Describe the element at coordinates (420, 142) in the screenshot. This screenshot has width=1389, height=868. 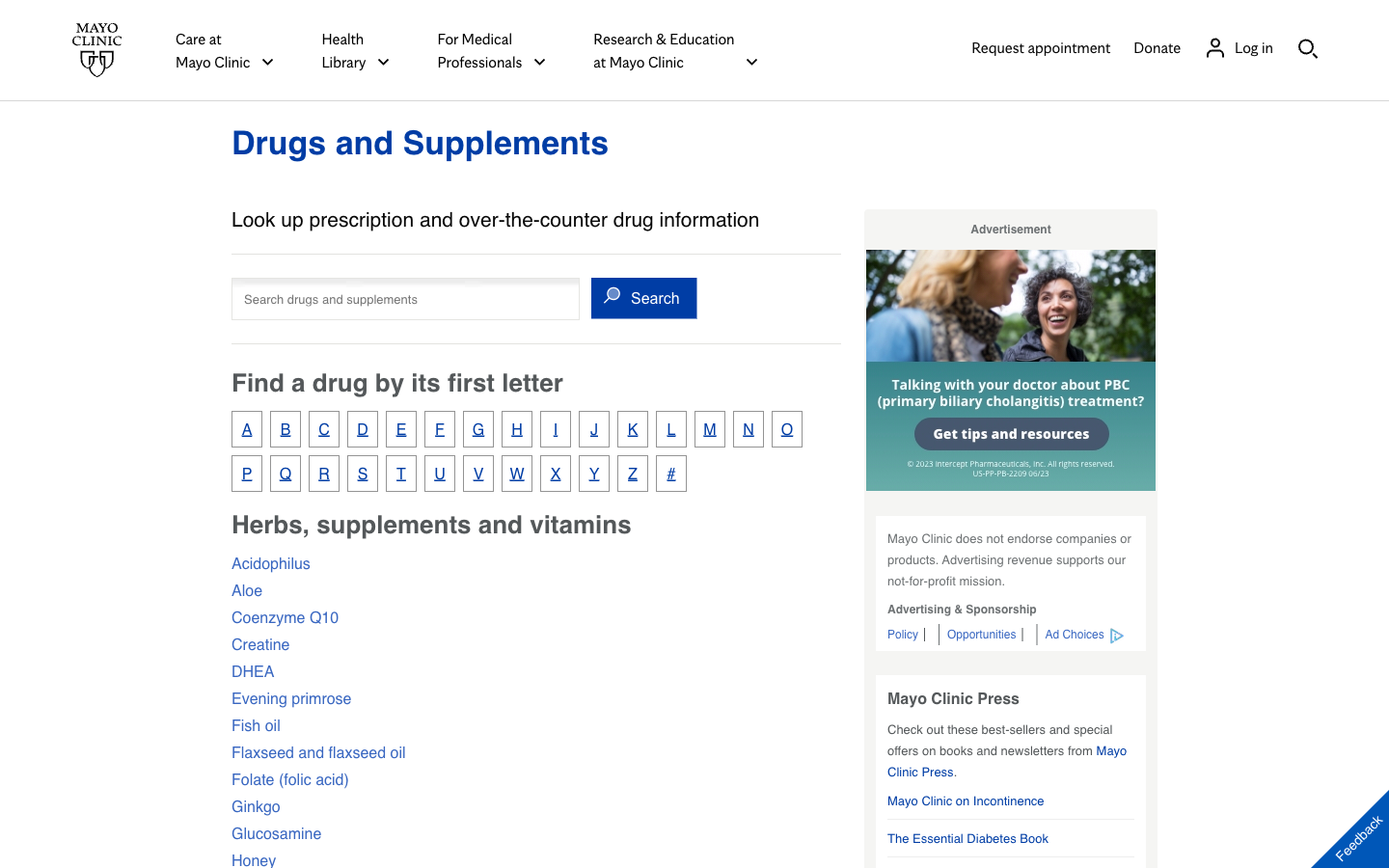
I see `Without entering any input, revivify the page Drugs and Supplements` at that location.